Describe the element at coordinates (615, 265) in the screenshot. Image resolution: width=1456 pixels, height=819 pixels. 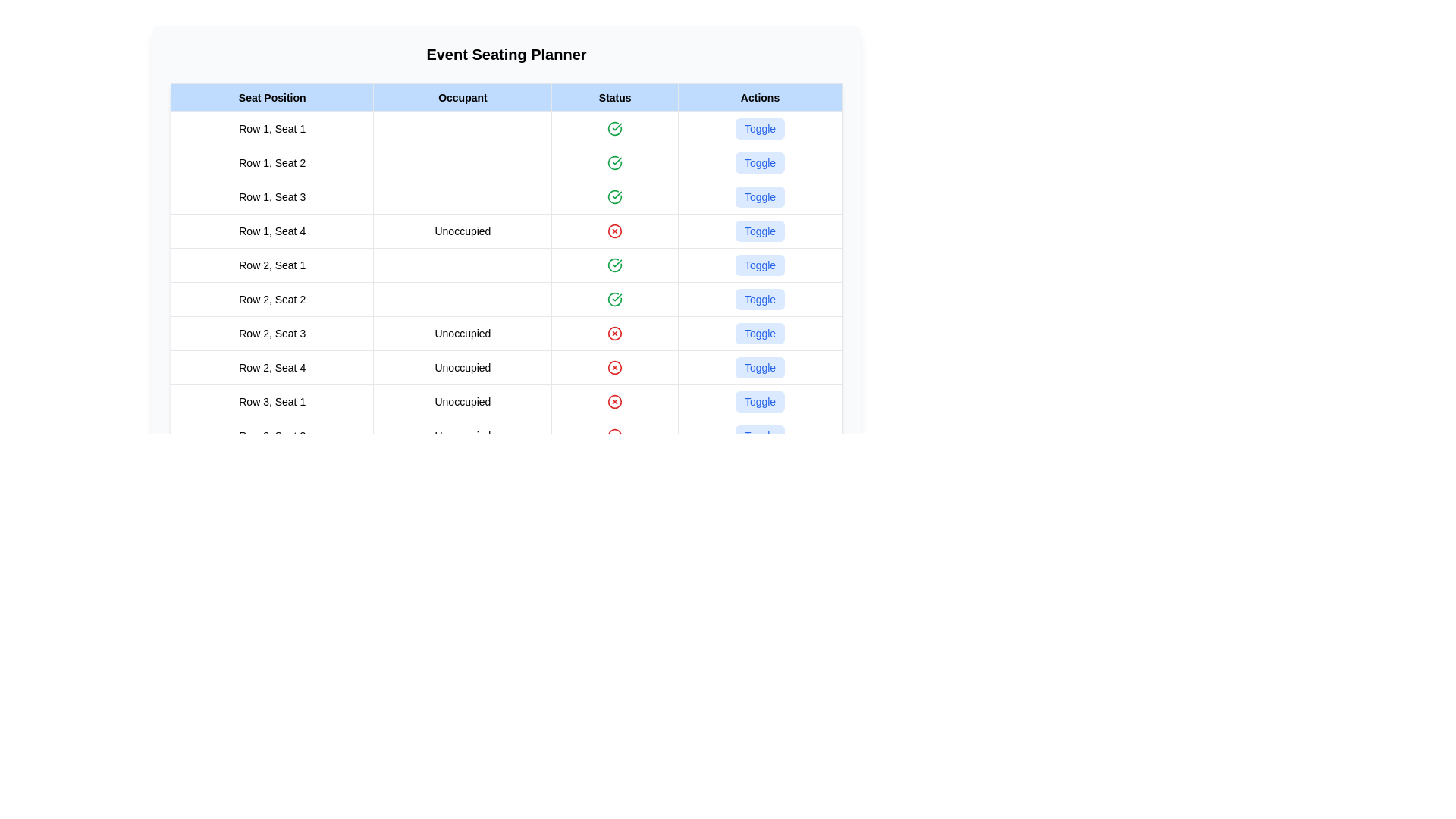
I see `the decorative SVG icon indicating a confirmed state in 'Row 1, Seat 4' of the table's 'Status' column` at that location.